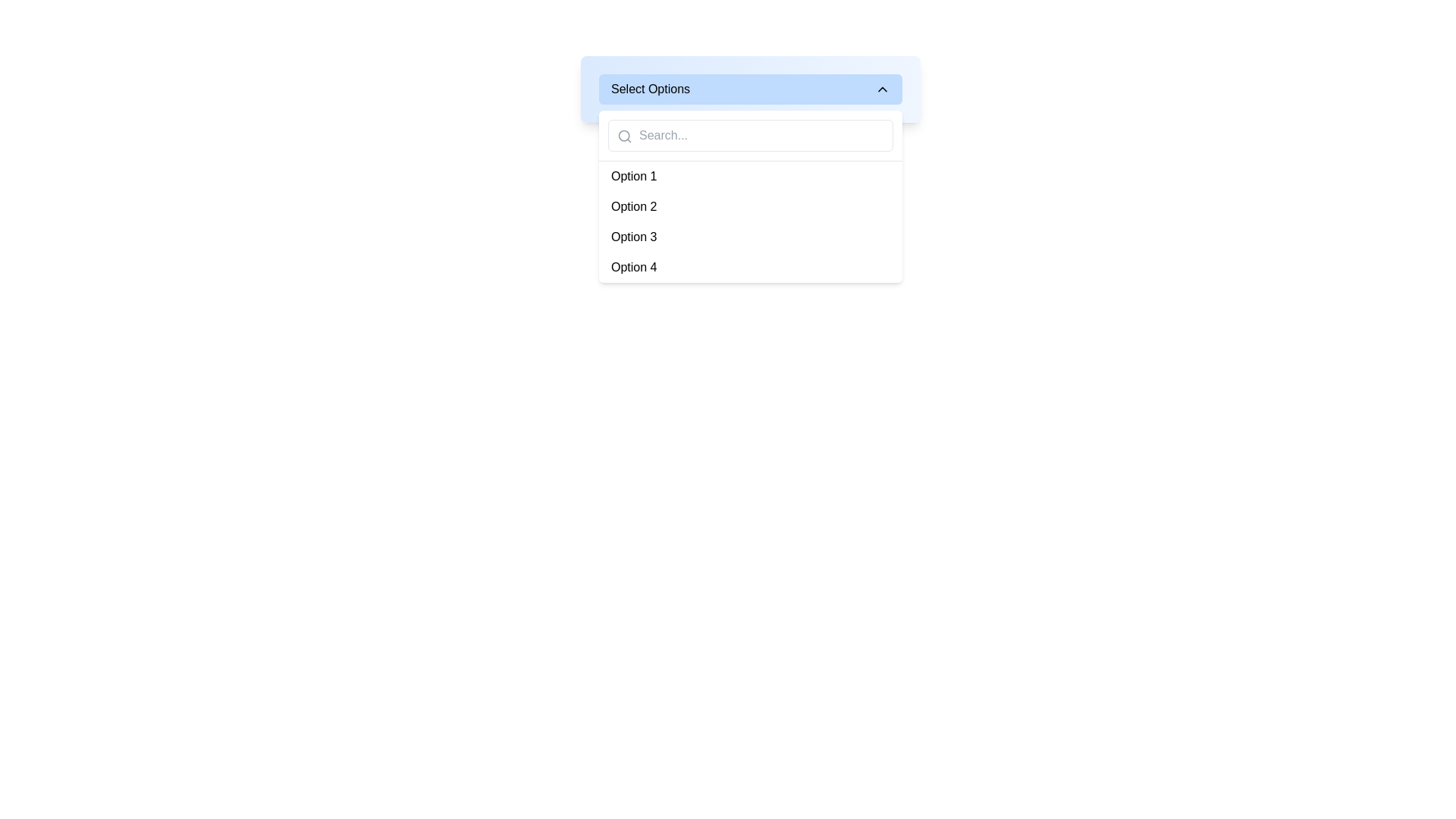 The height and width of the screenshot is (819, 1456). Describe the element at coordinates (624, 135) in the screenshot. I see `the circular graphical component of the search icon located at the left side of the search input area in the dropdown interface` at that location.